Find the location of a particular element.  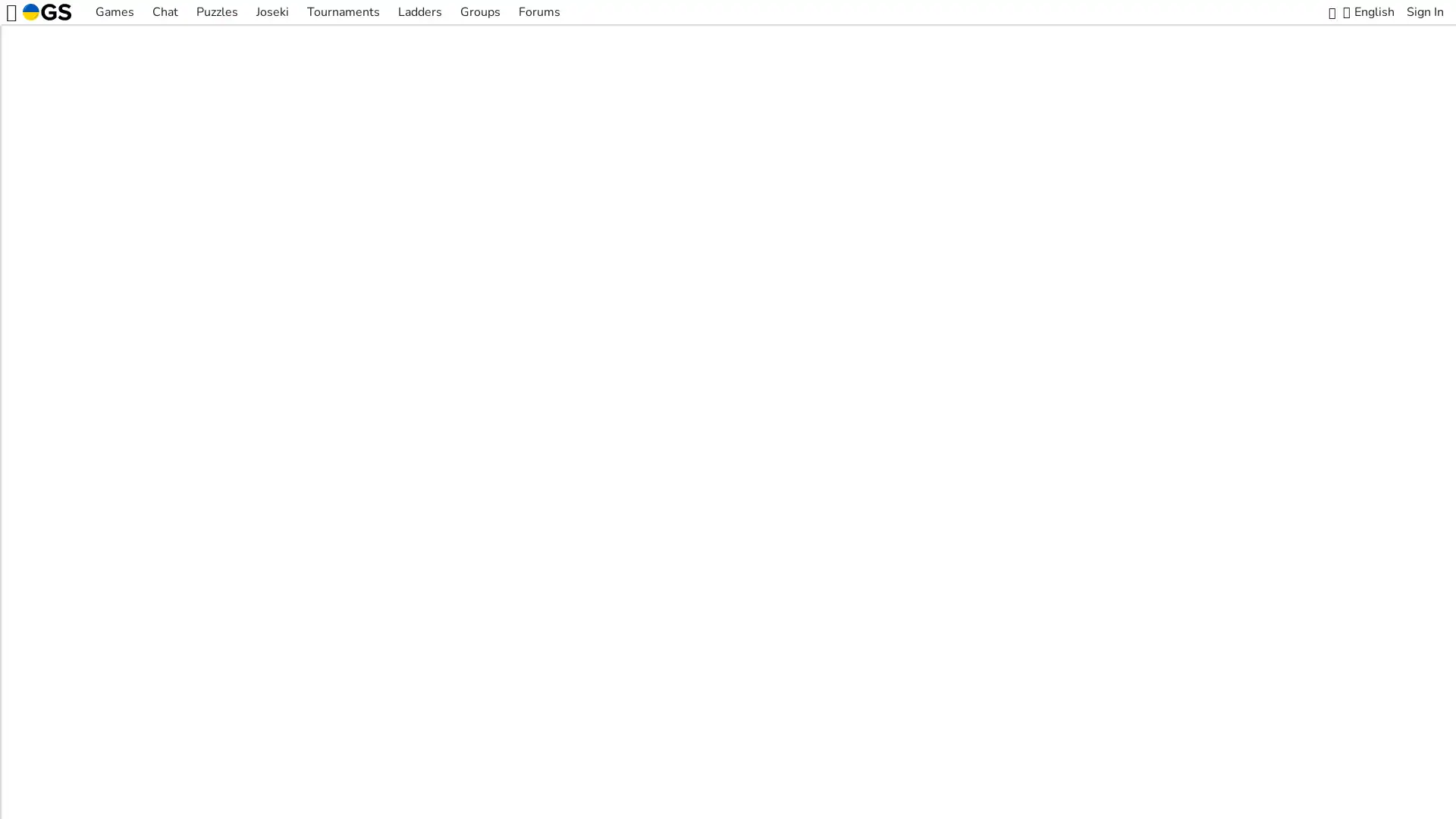

Unranked is located at coordinates (831, 598).